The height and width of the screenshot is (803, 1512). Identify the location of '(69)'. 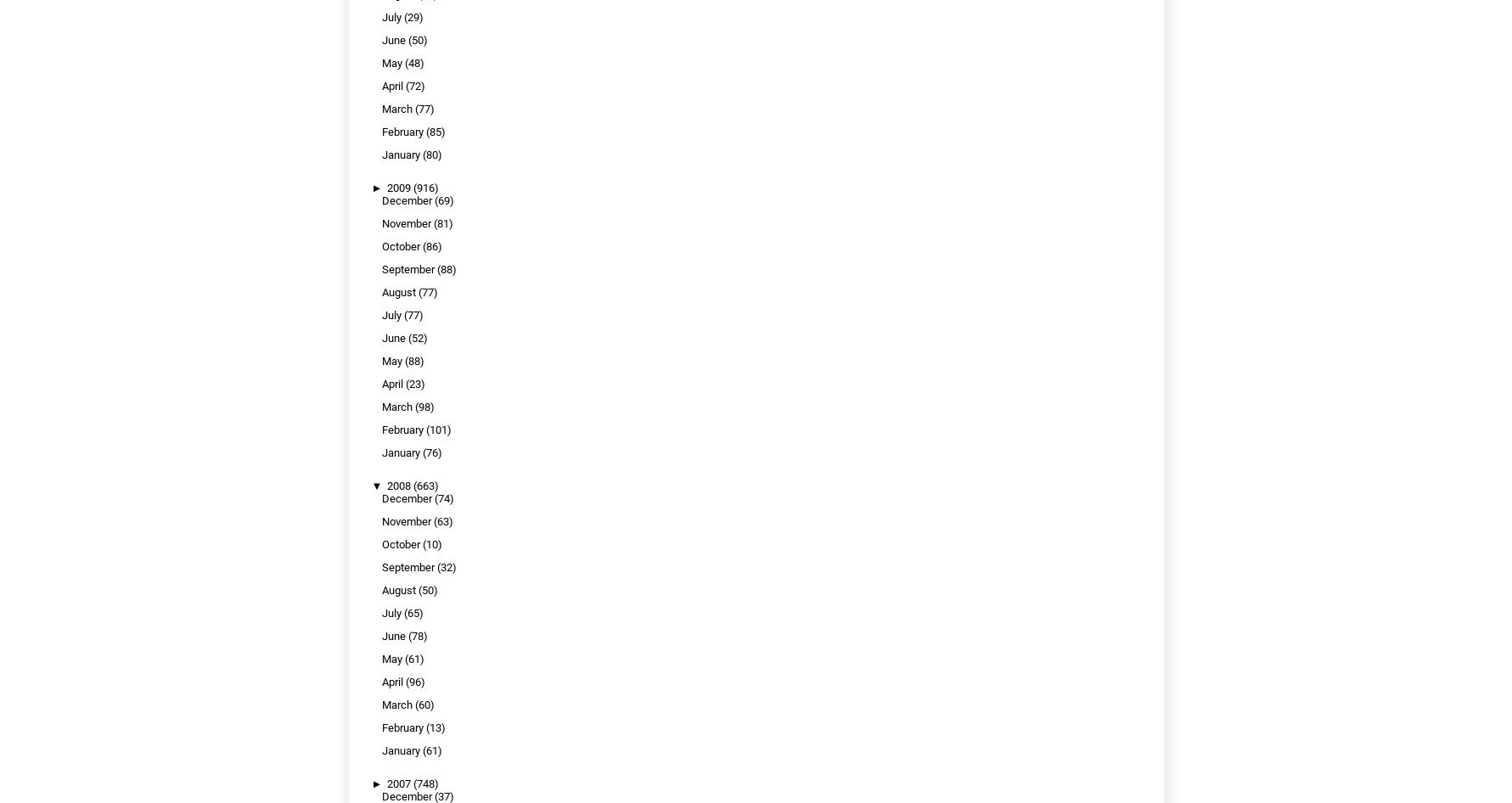
(443, 200).